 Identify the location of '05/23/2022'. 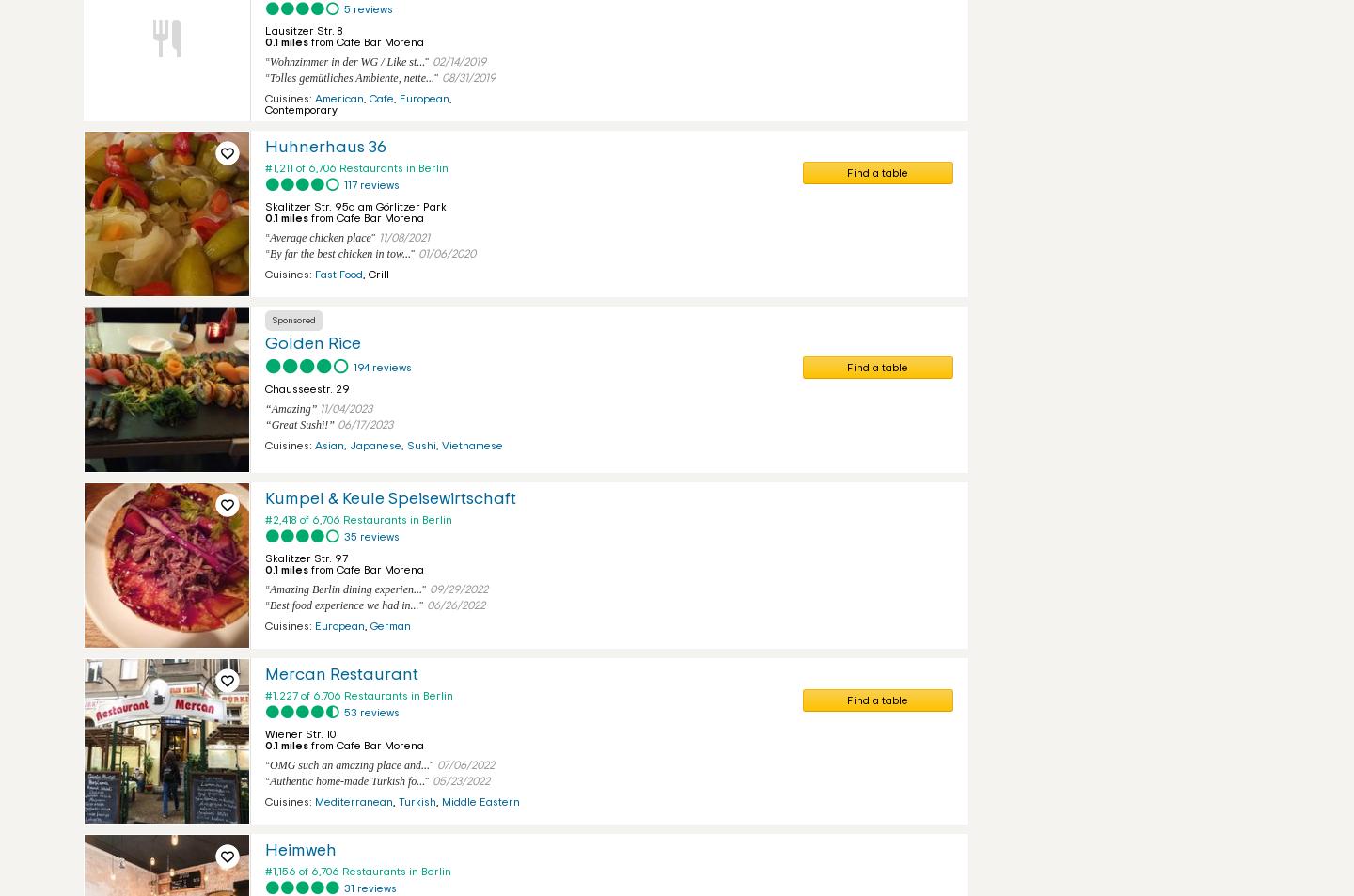
(460, 781).